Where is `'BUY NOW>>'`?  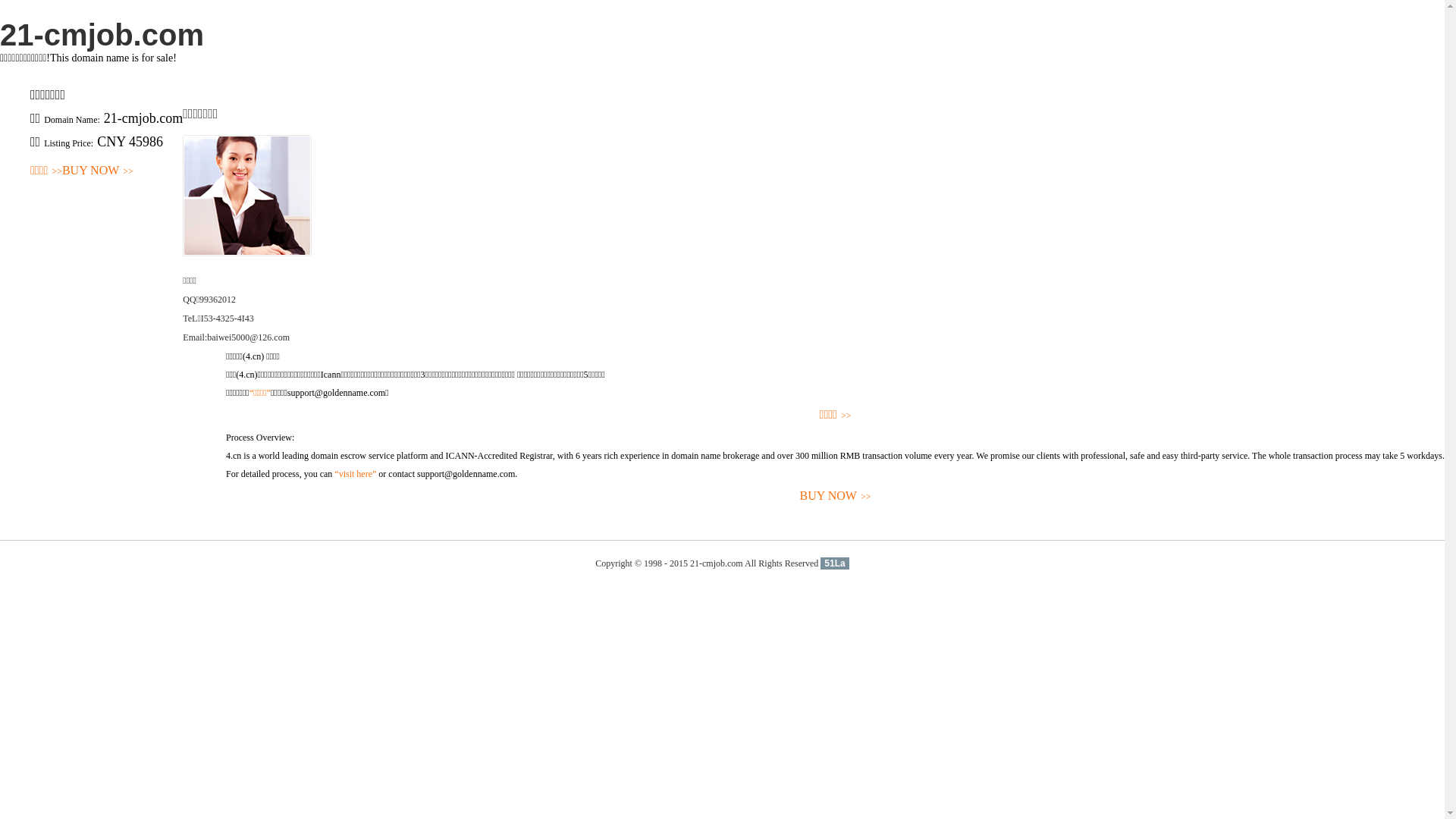 'BUY NOW>>' is located at coordinates (97, 171).